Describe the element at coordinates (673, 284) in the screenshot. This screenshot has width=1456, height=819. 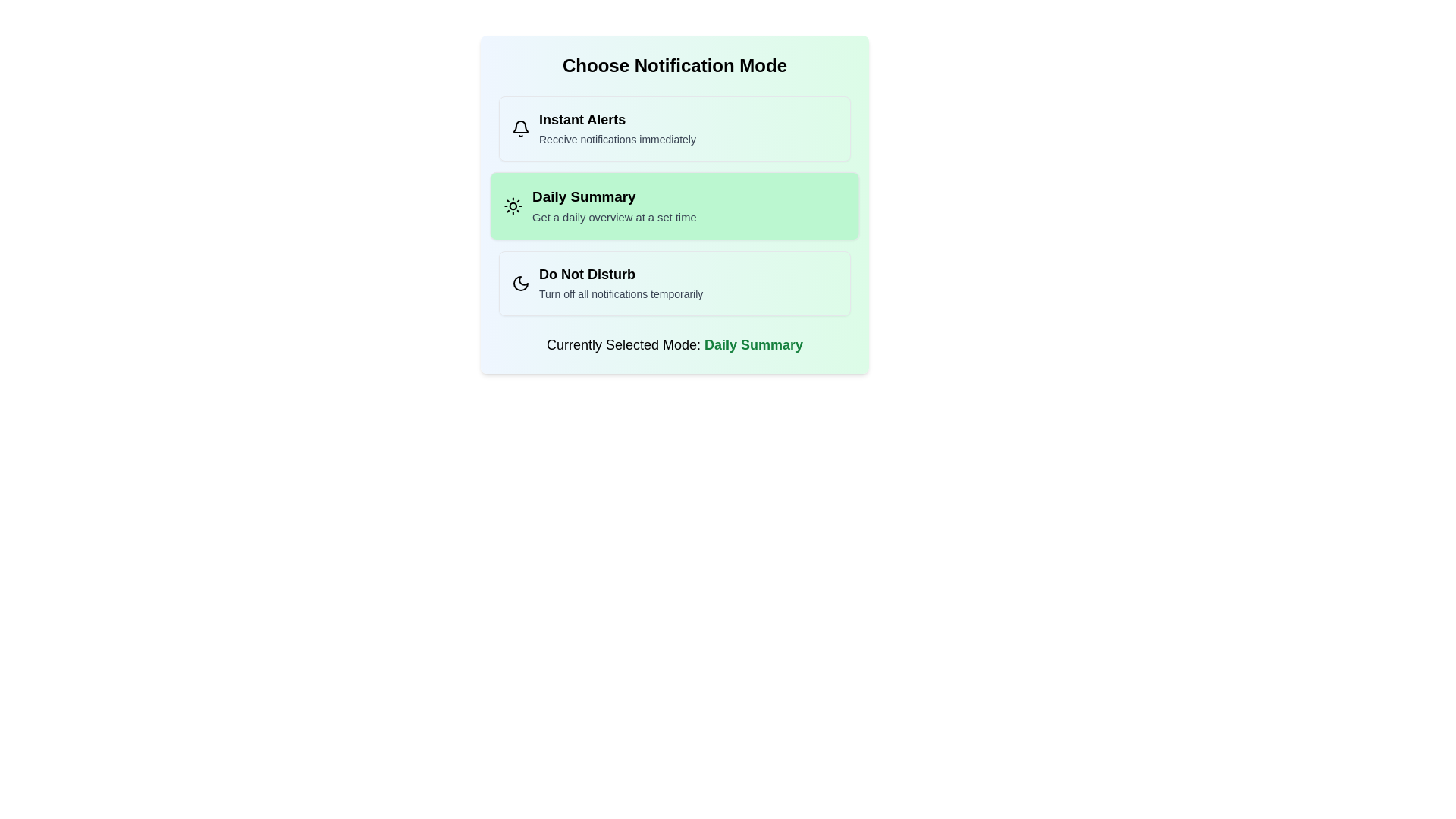
I see `the 'Do Not Disturb' selectable option button` at that location.